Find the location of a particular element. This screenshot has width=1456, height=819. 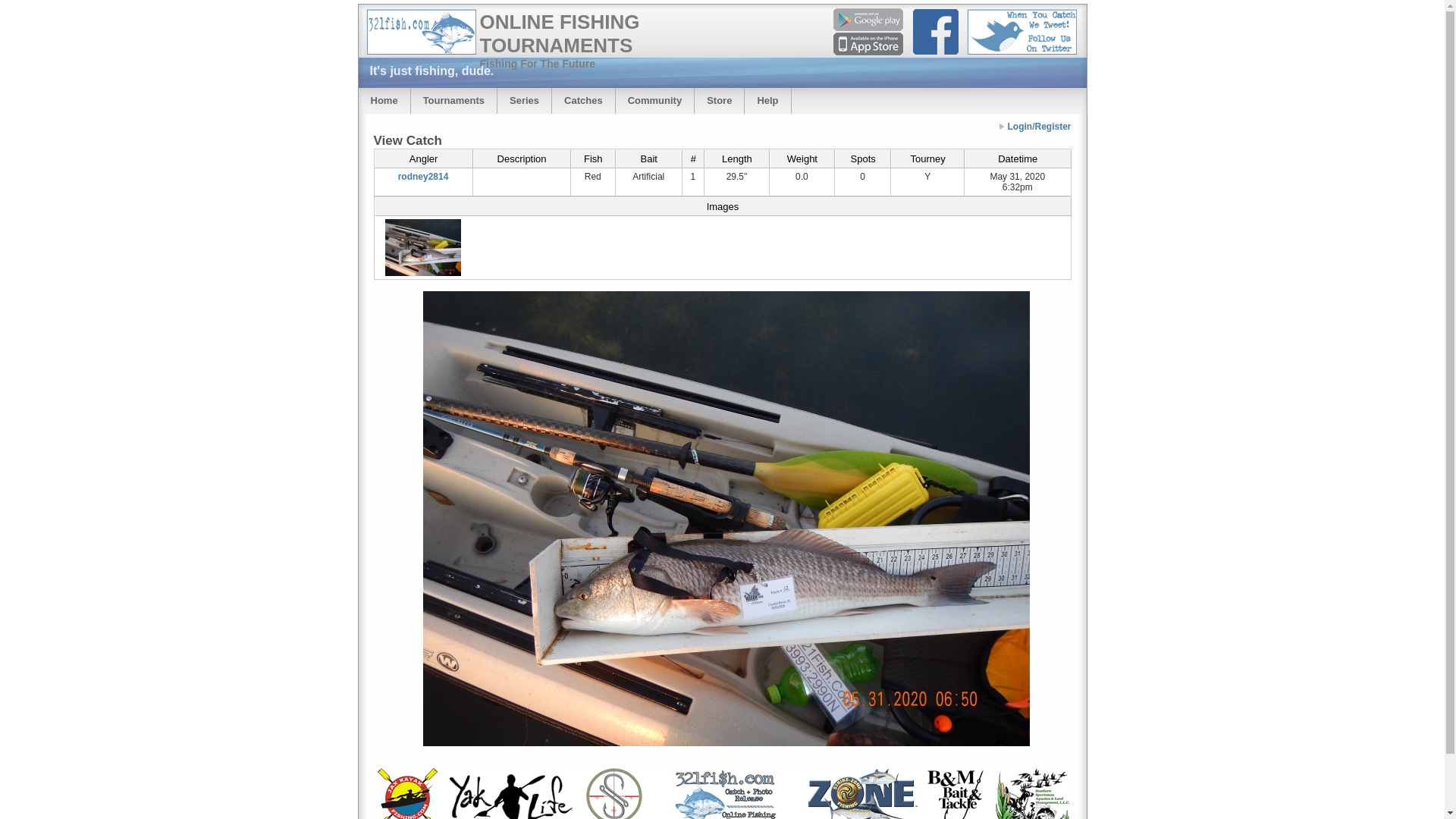

'Facebook' is located at coordinates (934, 32).